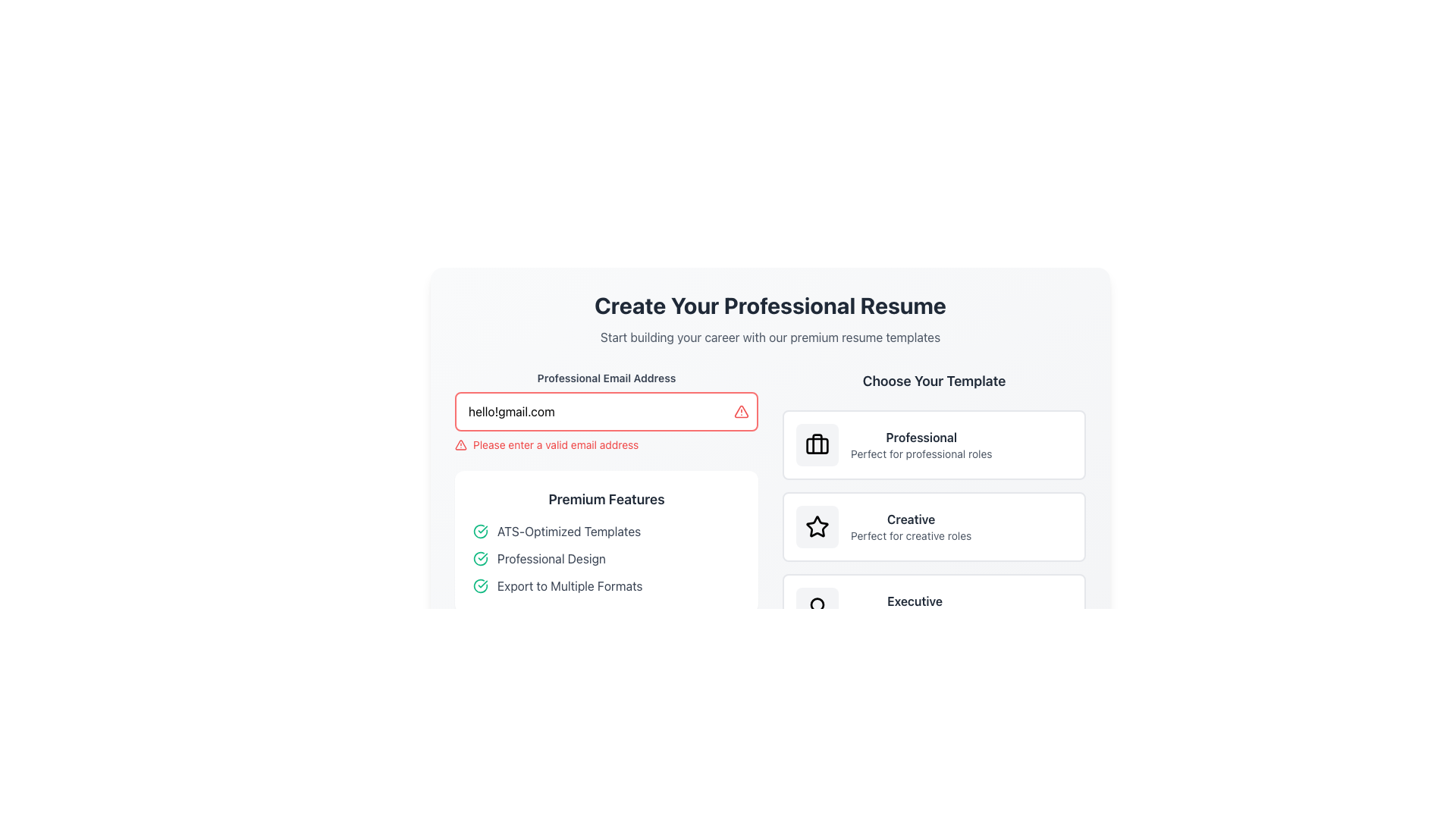 The width and height of the screenshot is (1456, 819). What do you see at coordinates (770, 336) in the screenshot?
I see `the descriptive text element that provides context related to premium resume templates, located beneath the heading 'Create Your Professional Resume'` at bounding box center [770, 336].